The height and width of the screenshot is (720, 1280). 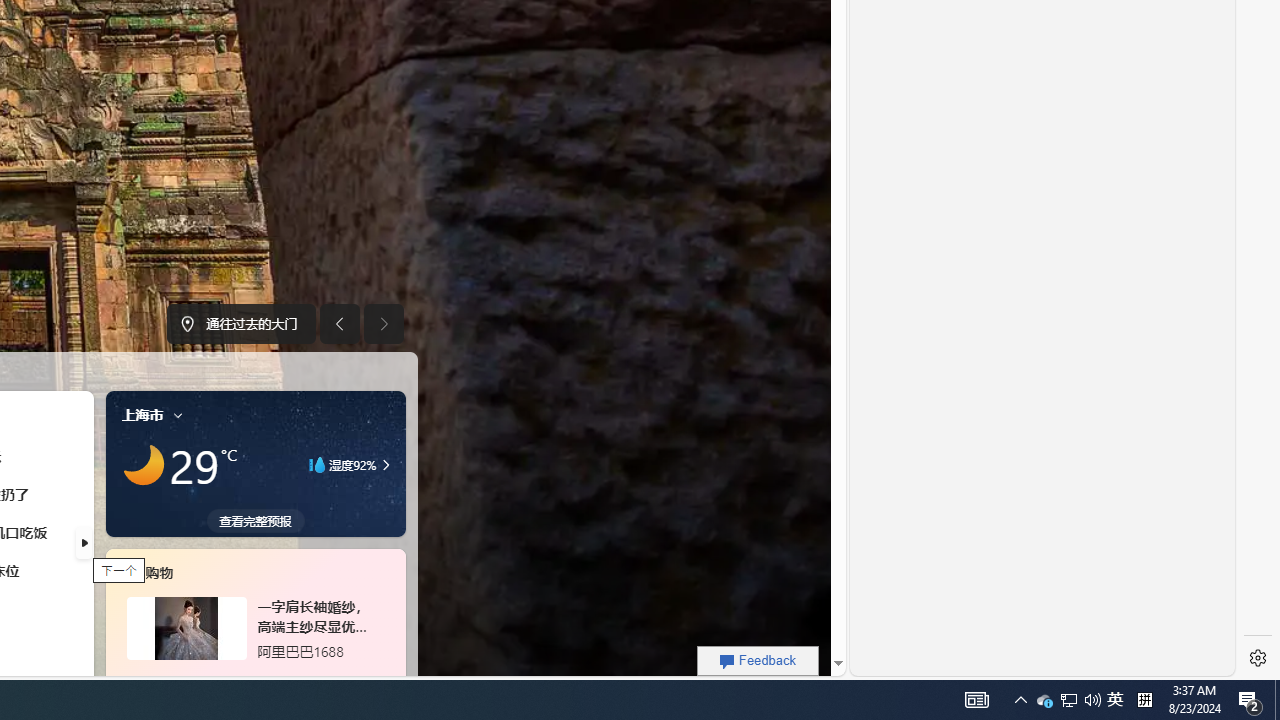 What do you see at coordinates (385, 465) in the screenshot?
I see `'Class: weather-arrow-glyph'` at bounding box center [385, 465].